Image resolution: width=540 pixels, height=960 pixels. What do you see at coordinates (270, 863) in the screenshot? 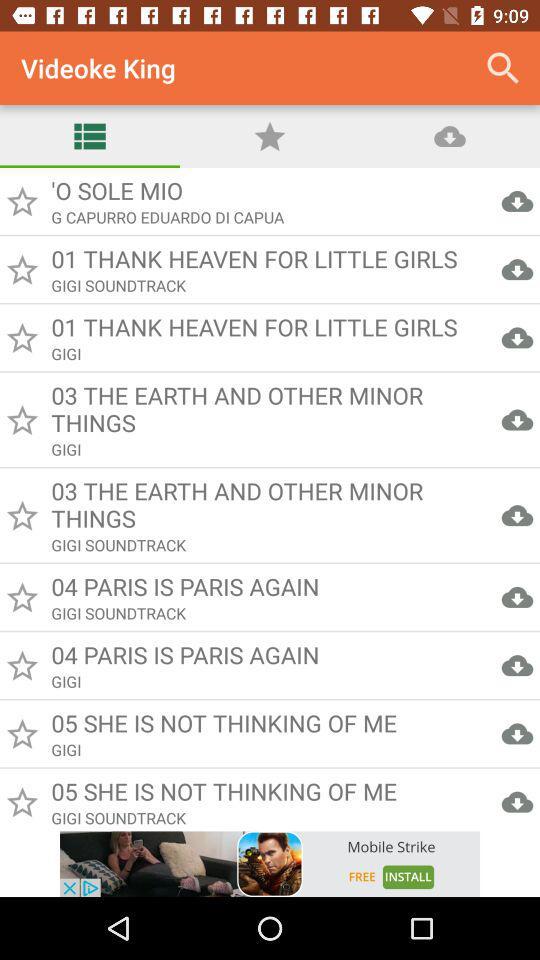
I see `advertisement link` at bounding box center [270, 863].